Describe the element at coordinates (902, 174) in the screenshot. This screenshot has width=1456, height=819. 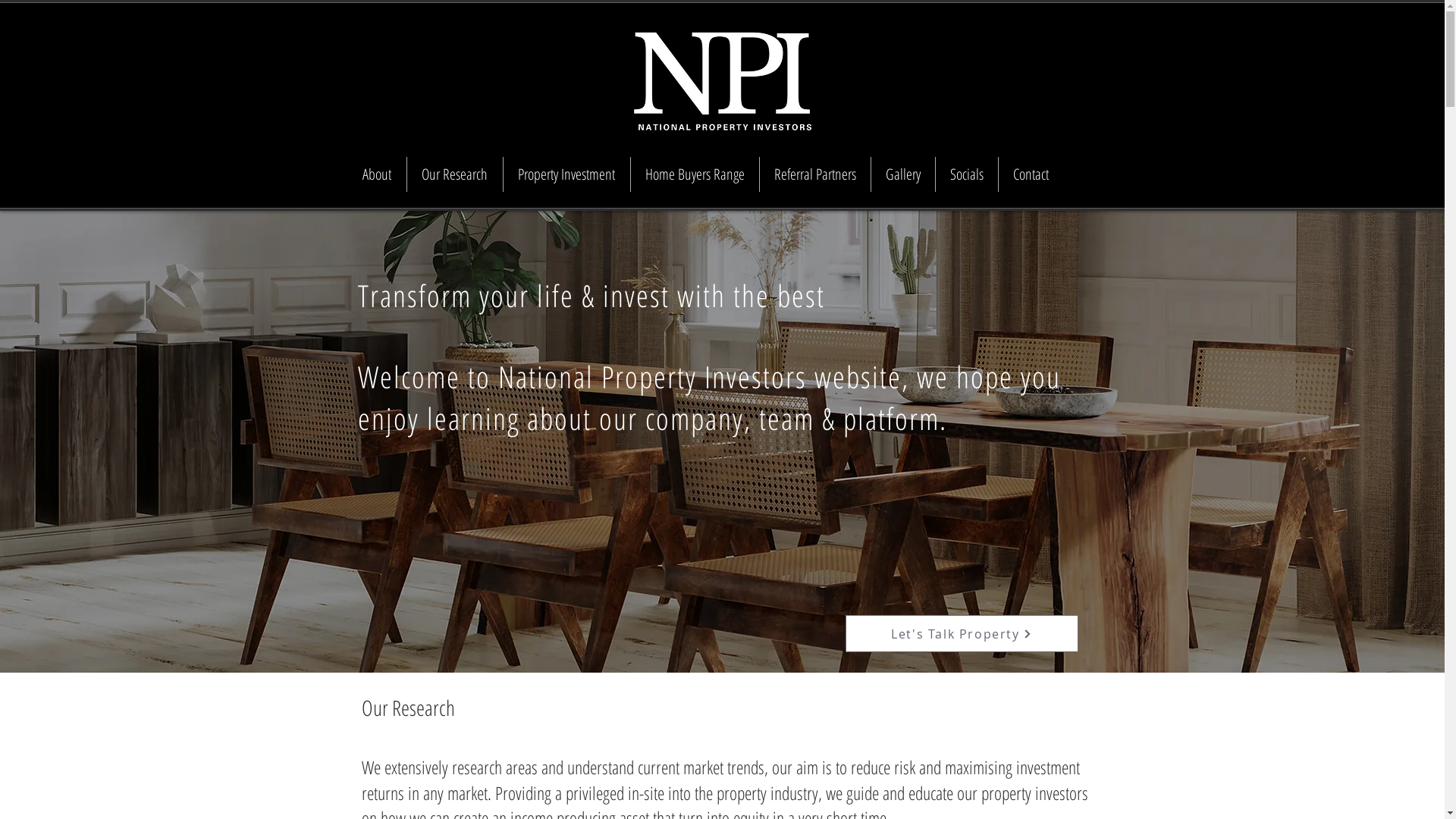
I see `'Gallery'` at that location.